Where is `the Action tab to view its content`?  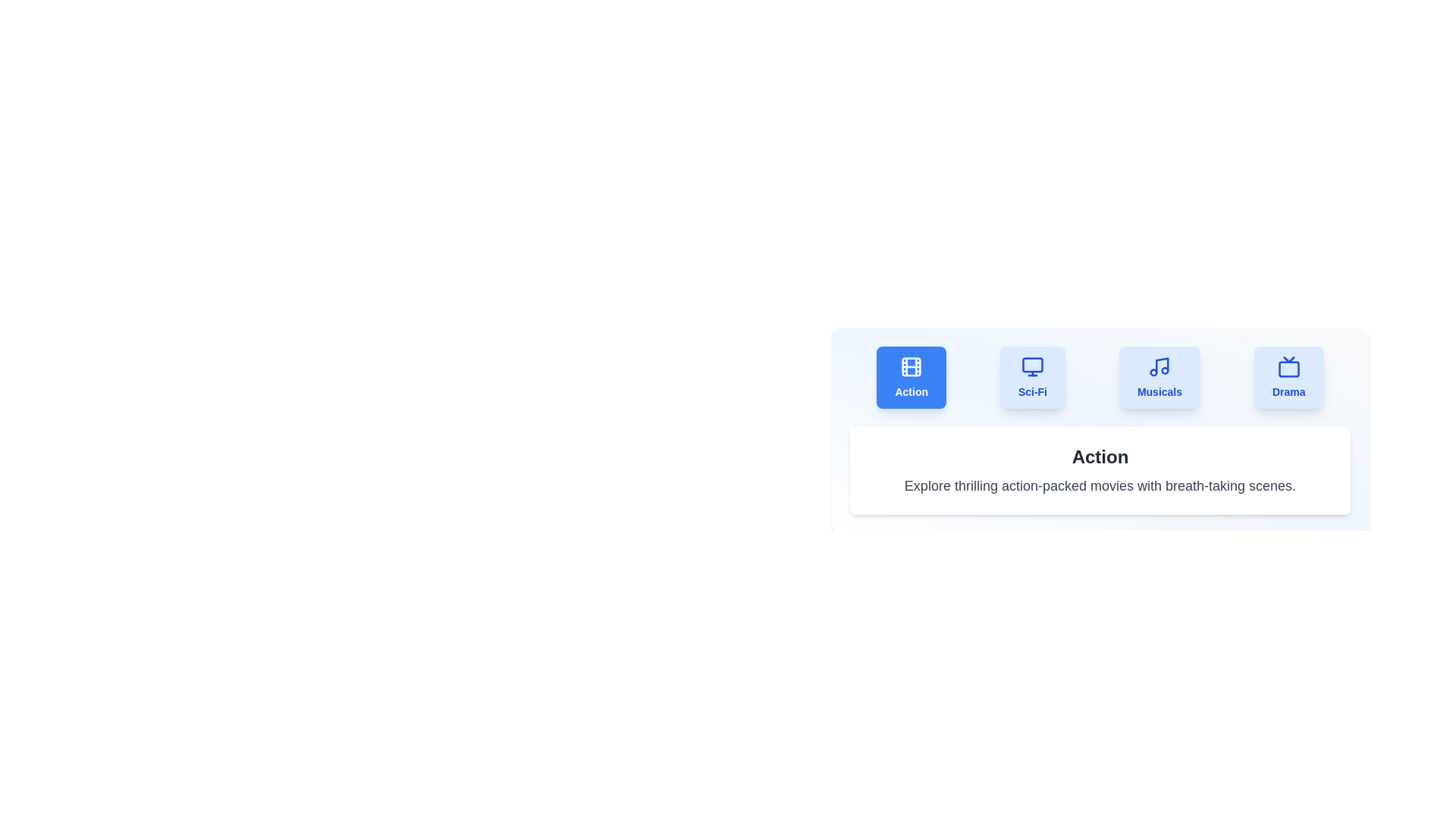 the Action tab to view its content is located at coordinates (910, 376).